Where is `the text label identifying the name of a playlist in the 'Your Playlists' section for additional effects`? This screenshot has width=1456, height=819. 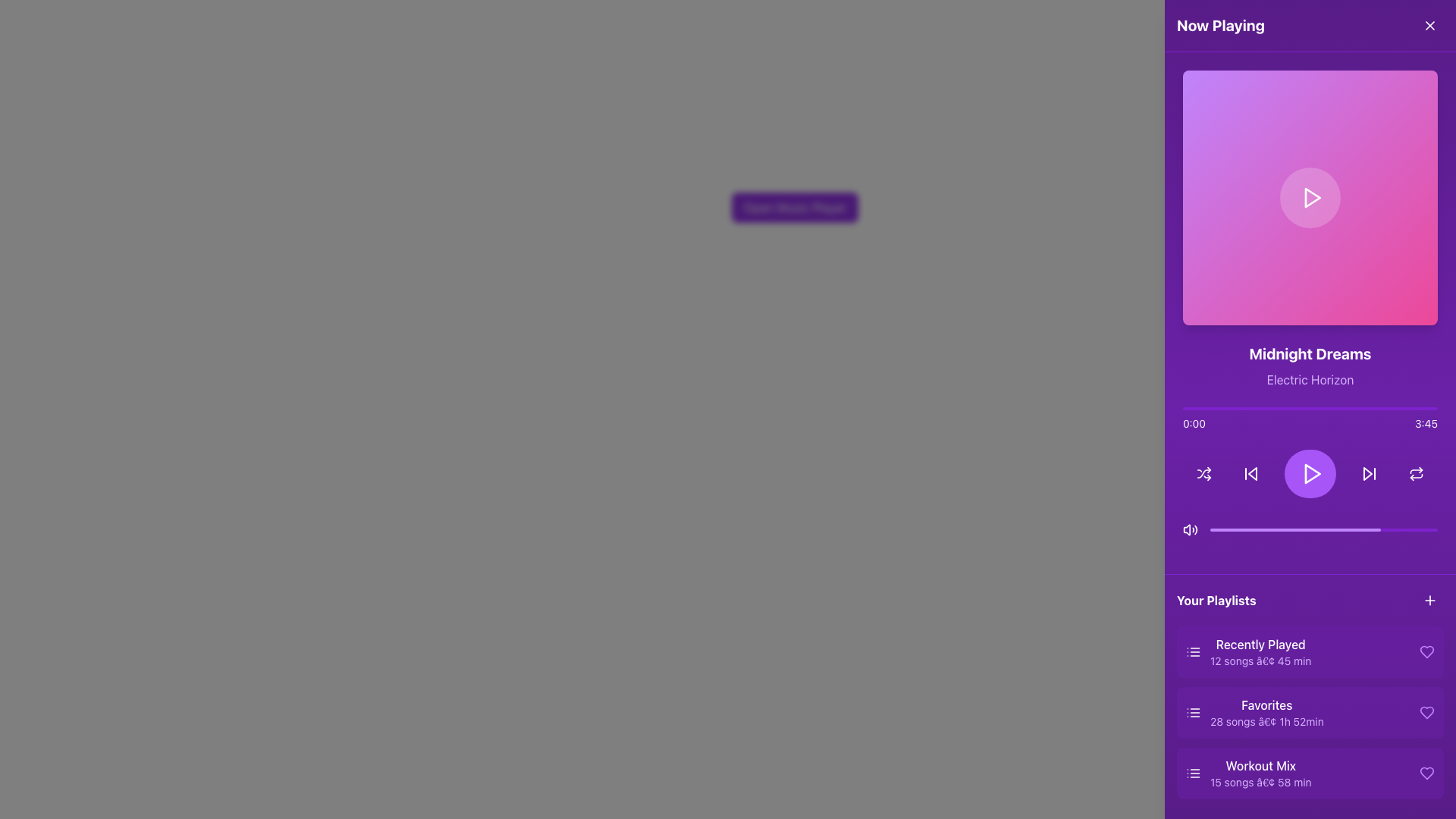 the text label identifying the name of a playlist in the 'Your Playlists' section for additional effects is located at coordinates (1266, 704).